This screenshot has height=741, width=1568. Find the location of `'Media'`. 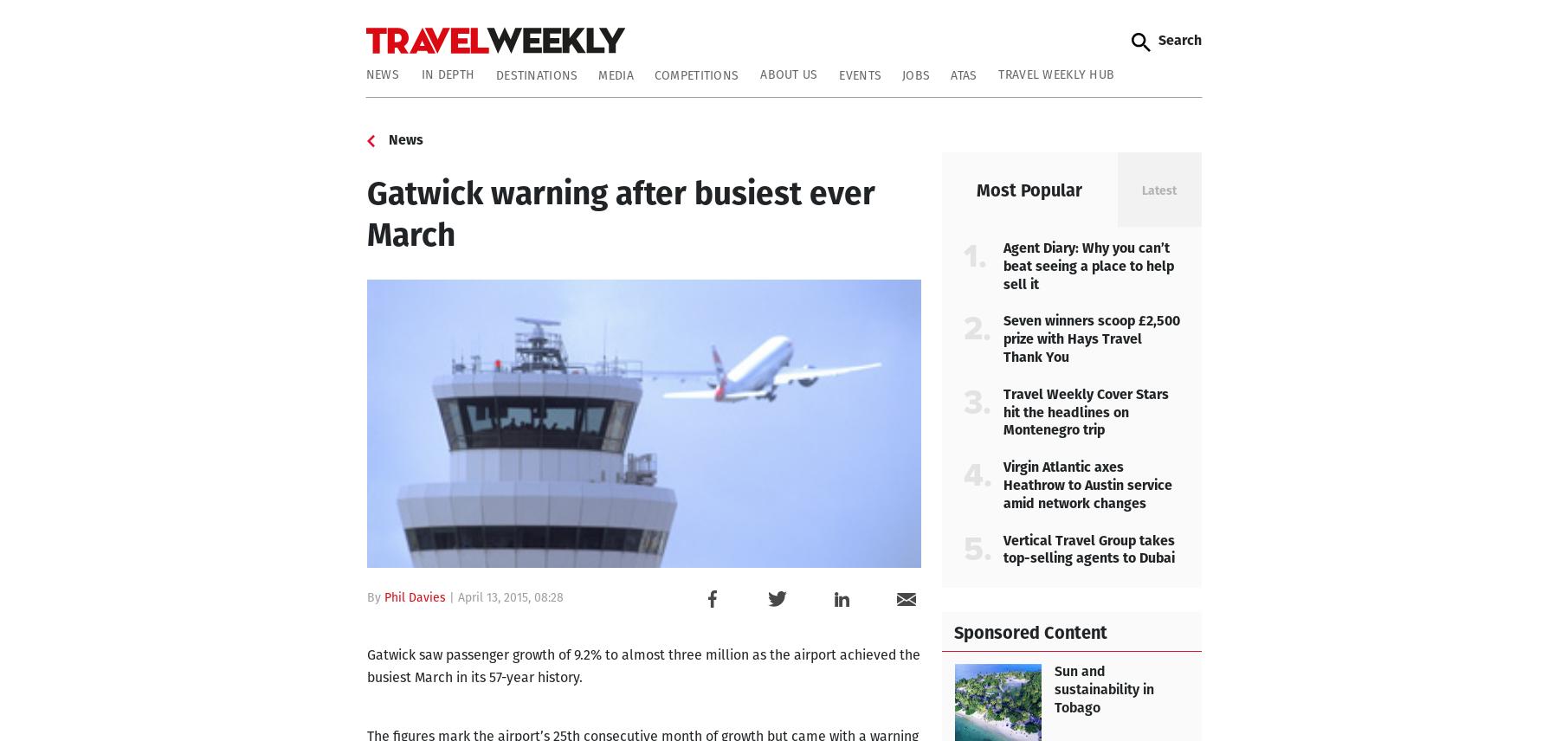

'Media' is located at coordinates (598, 76).